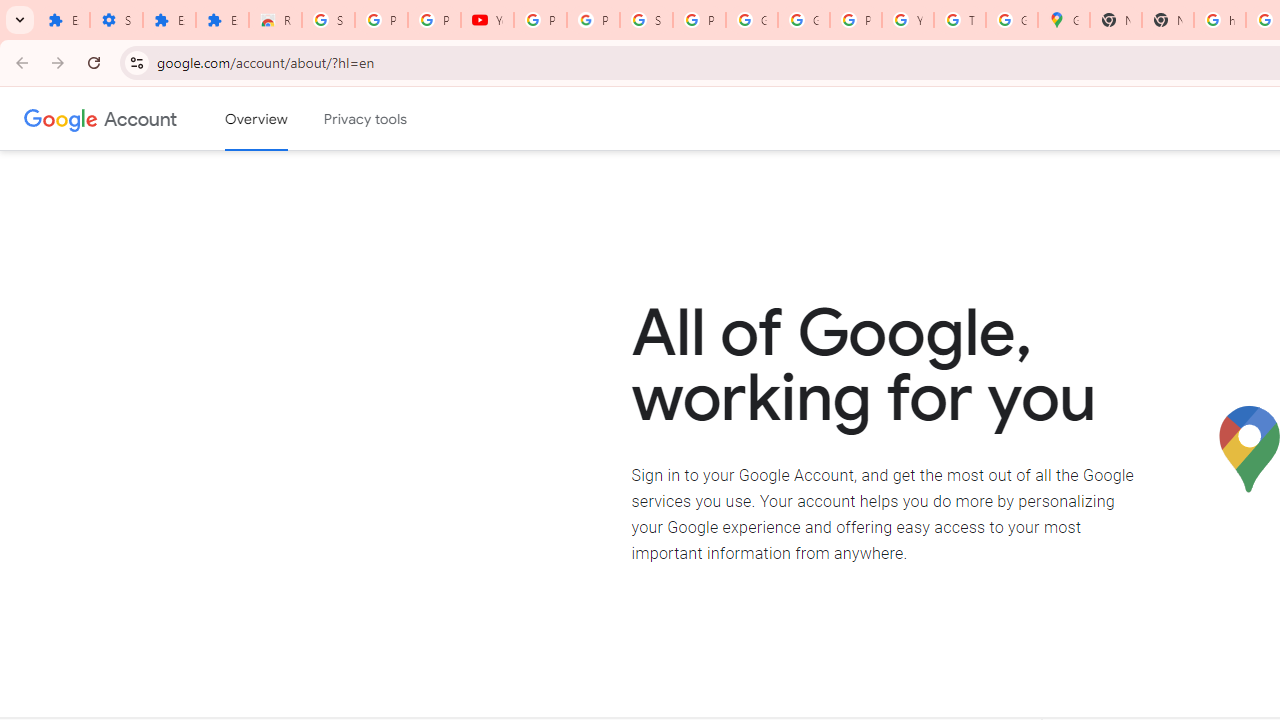  Describe the element at coordinates (366, 119) in the screenshot. I see `'Privacy tools'` at that location.